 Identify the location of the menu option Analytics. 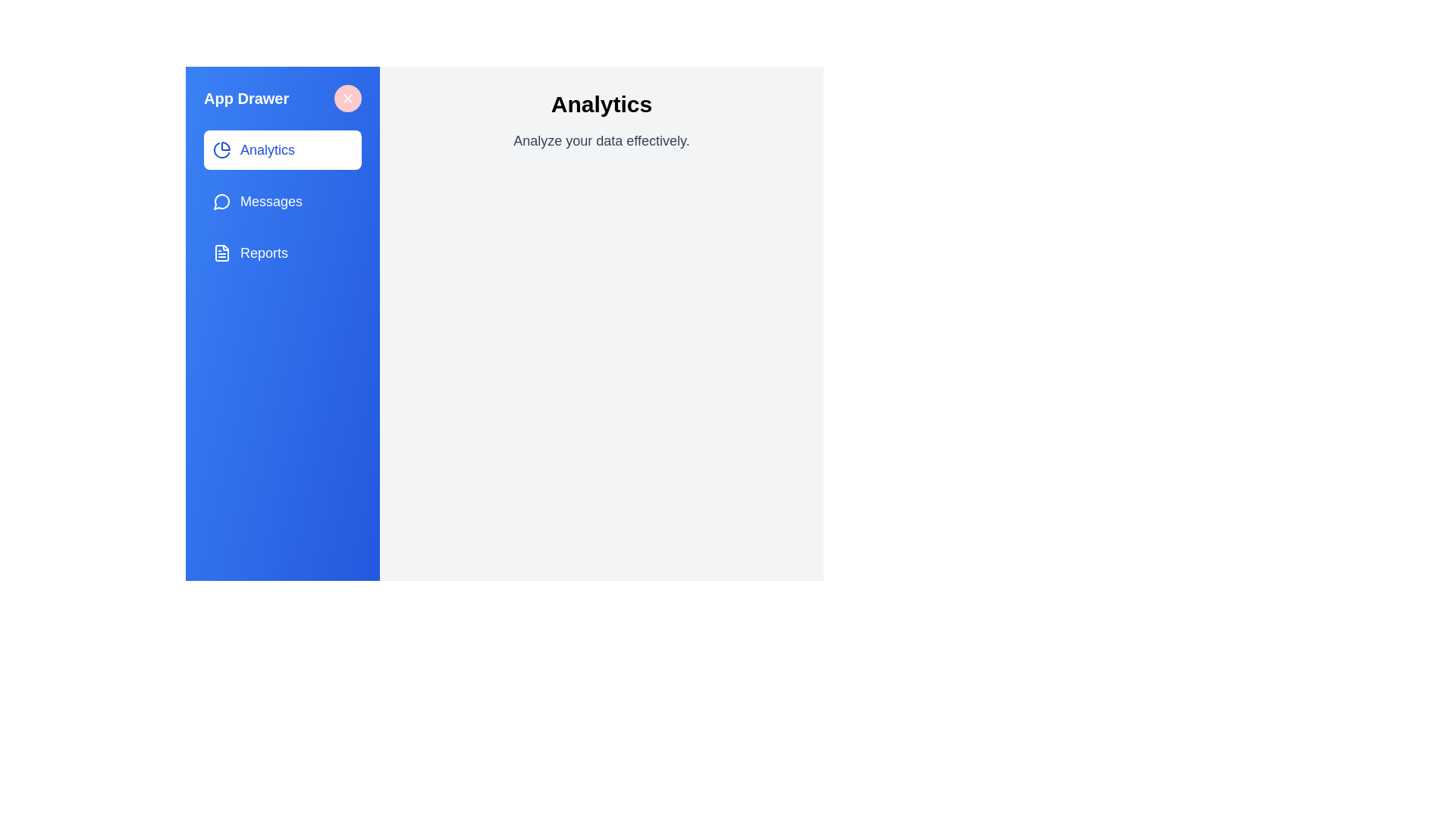
(283, 149).